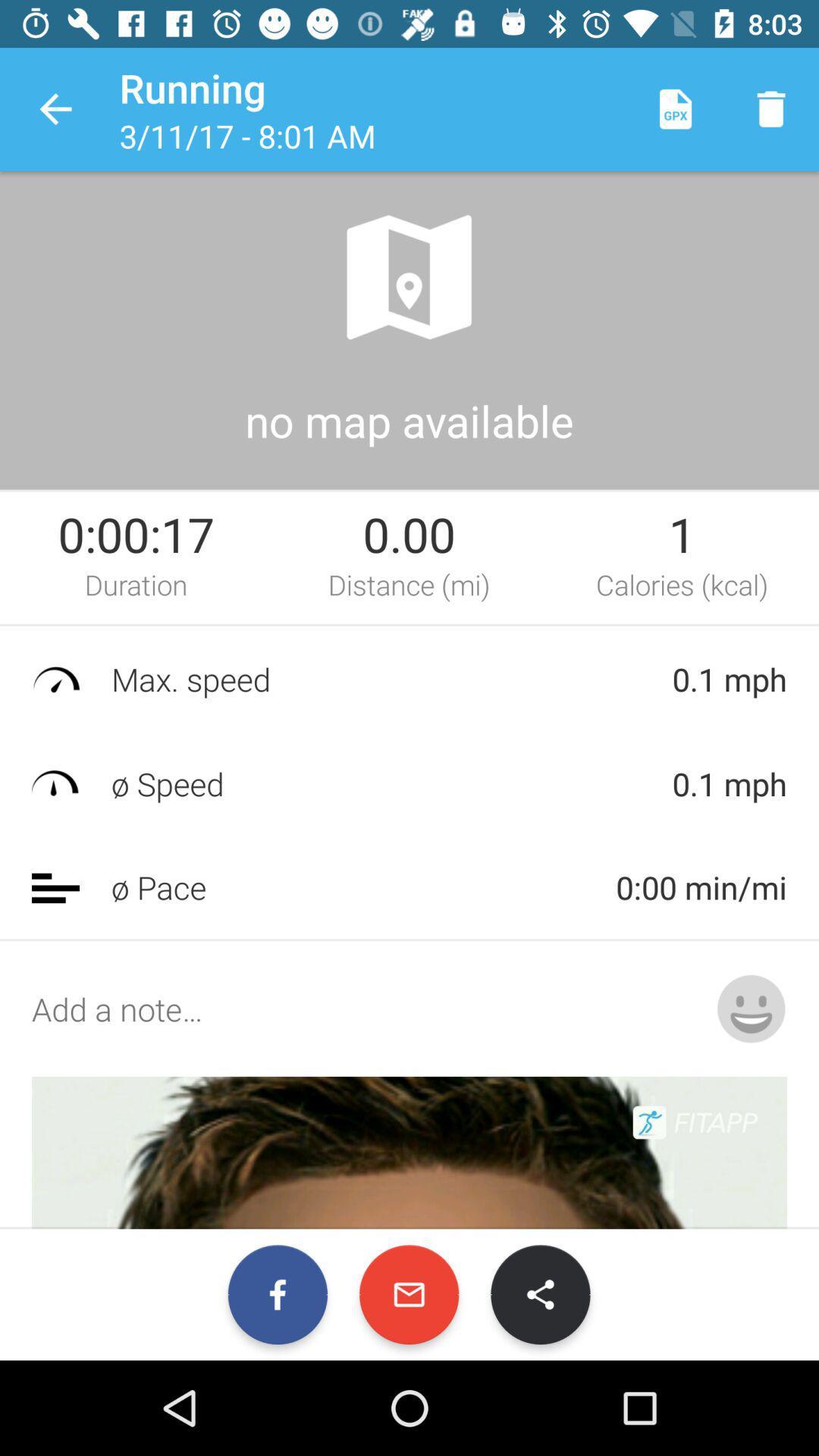 The image size is (819, 1456). I want to click on the share icon, so click(539, 1294).